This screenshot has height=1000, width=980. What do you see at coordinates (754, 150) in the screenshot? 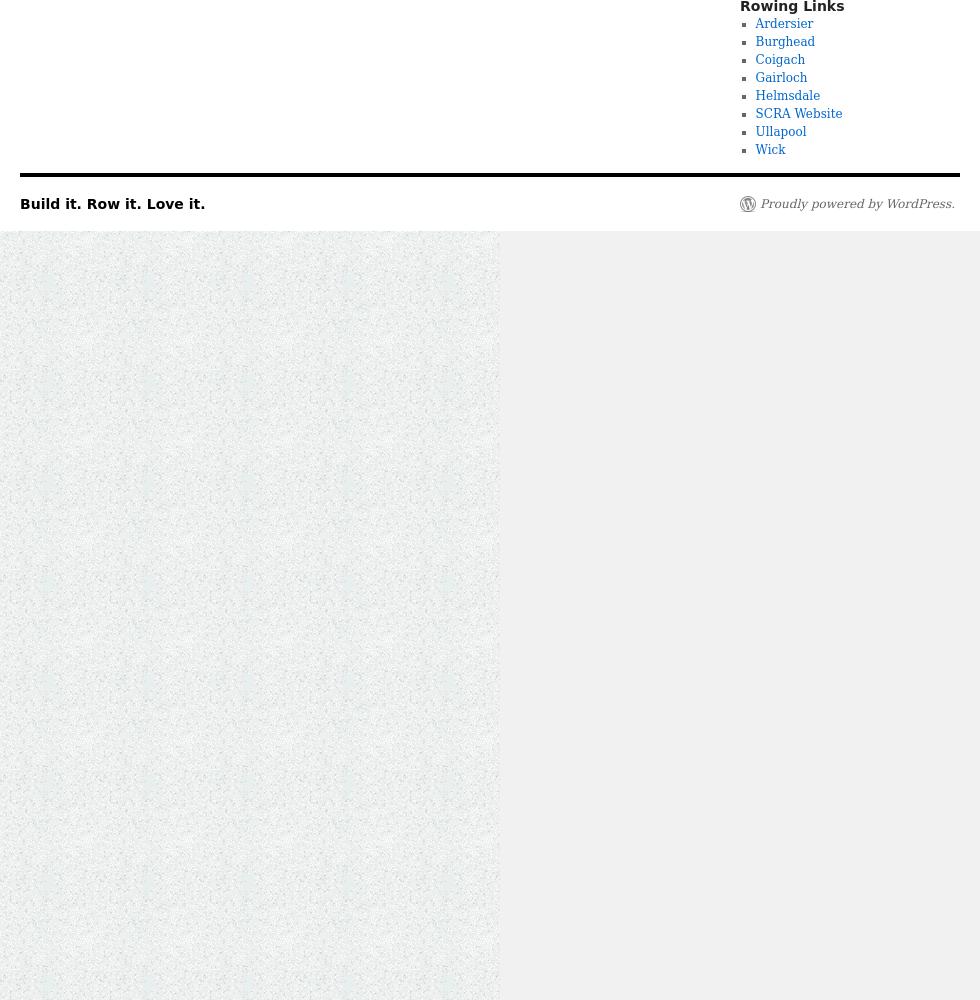
I see `'Wick'` at bounding box center [754, 150].